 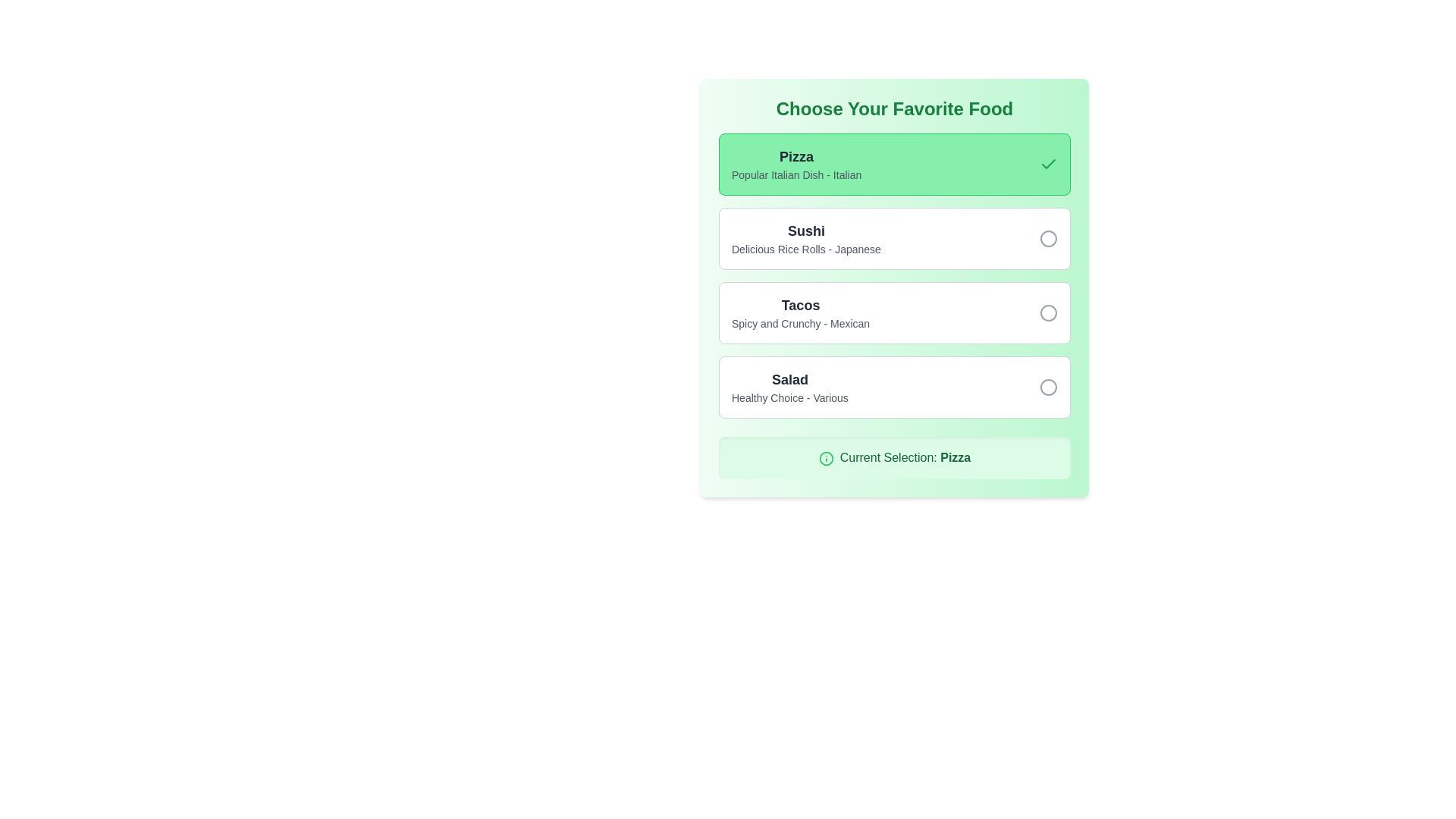 I want to click on the 'Sushi' option in the menu selection list, which is the second item in a card-like interface positioned between 'Pizza' and 'Tacos', so click(x=805, y=239).